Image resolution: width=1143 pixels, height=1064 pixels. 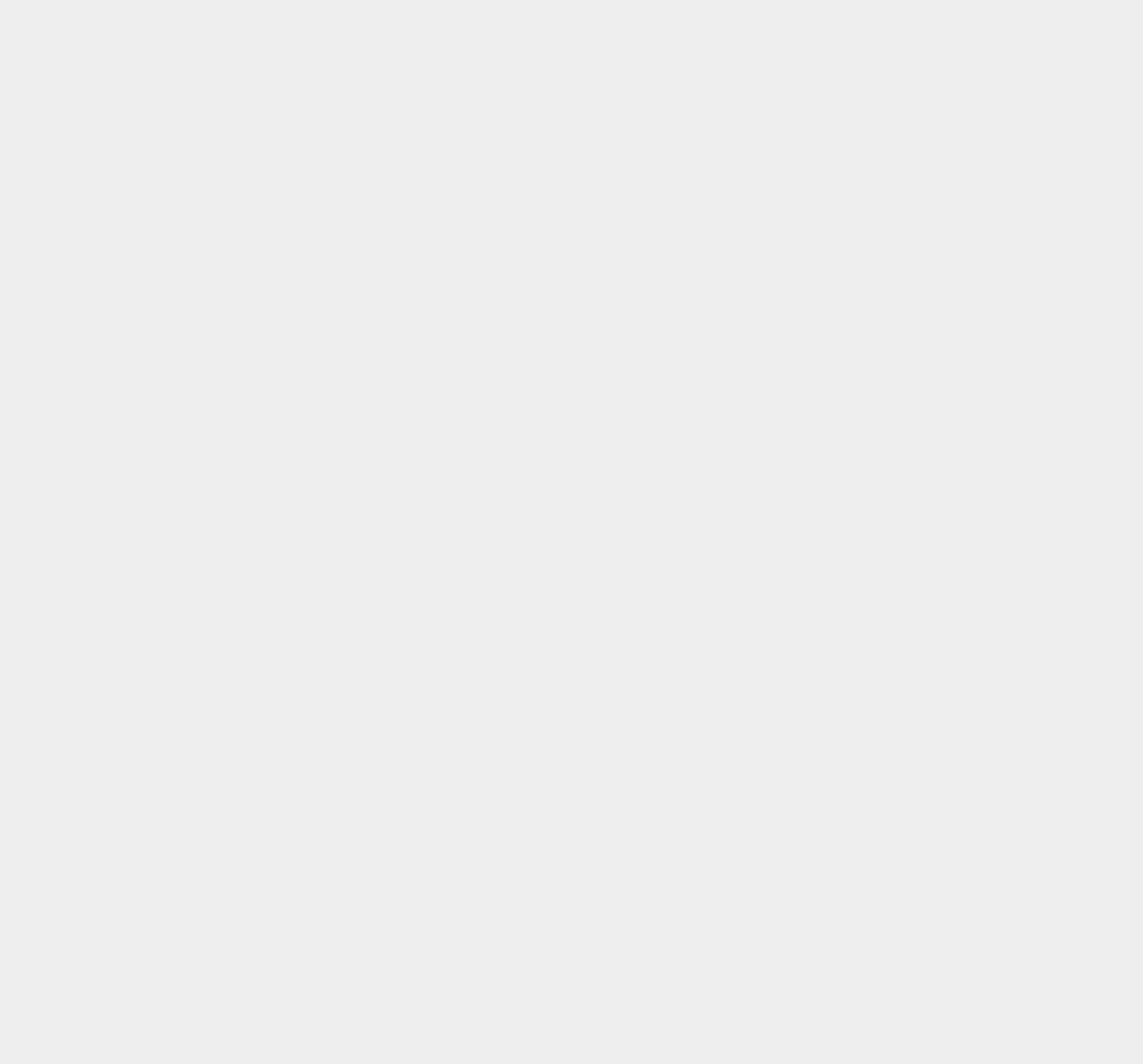 I want to click on 'Social Networking', so click(x=807, y=602).